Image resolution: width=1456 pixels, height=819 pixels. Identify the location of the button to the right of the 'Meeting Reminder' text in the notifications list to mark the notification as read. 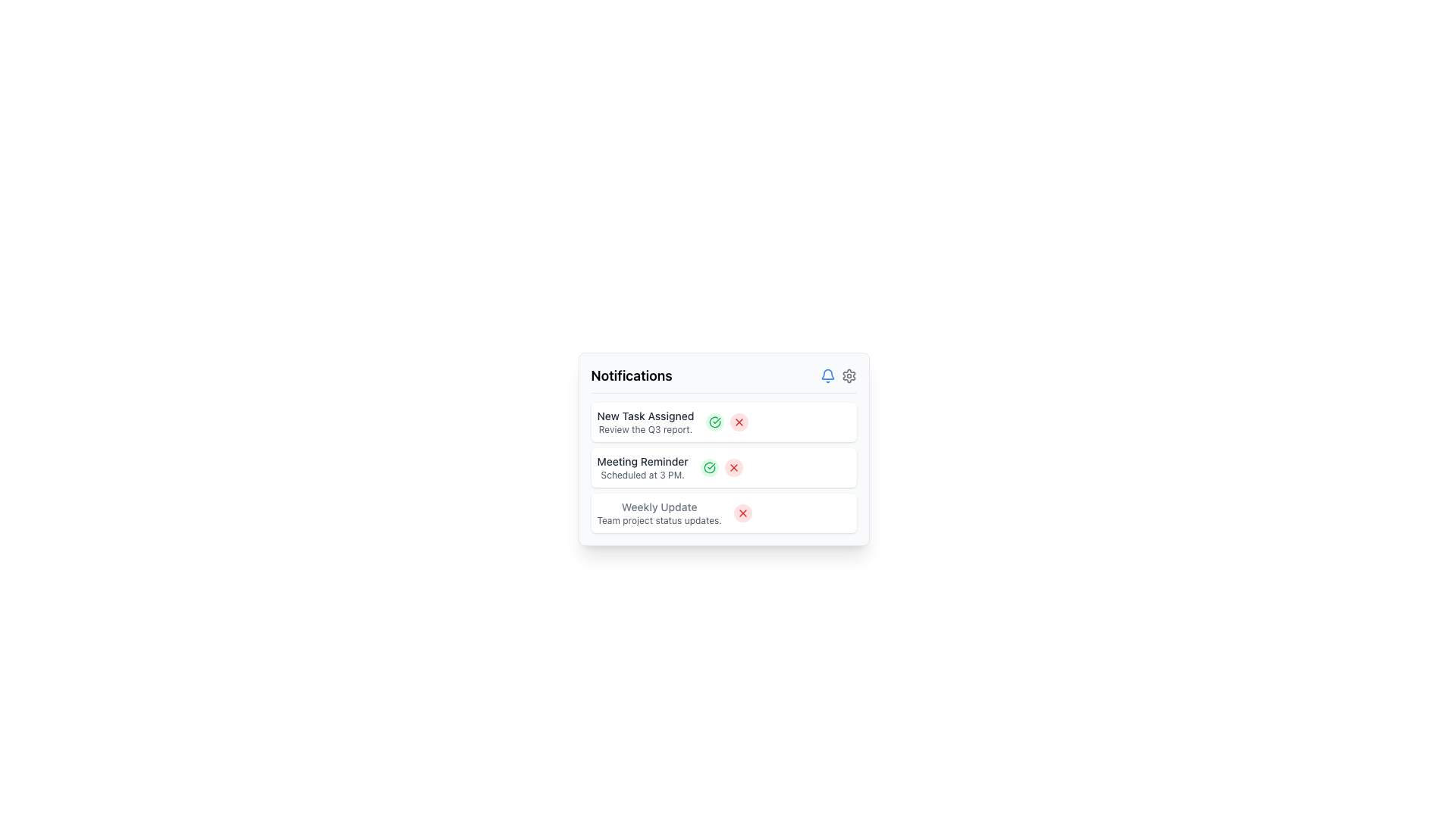
(708, 467).